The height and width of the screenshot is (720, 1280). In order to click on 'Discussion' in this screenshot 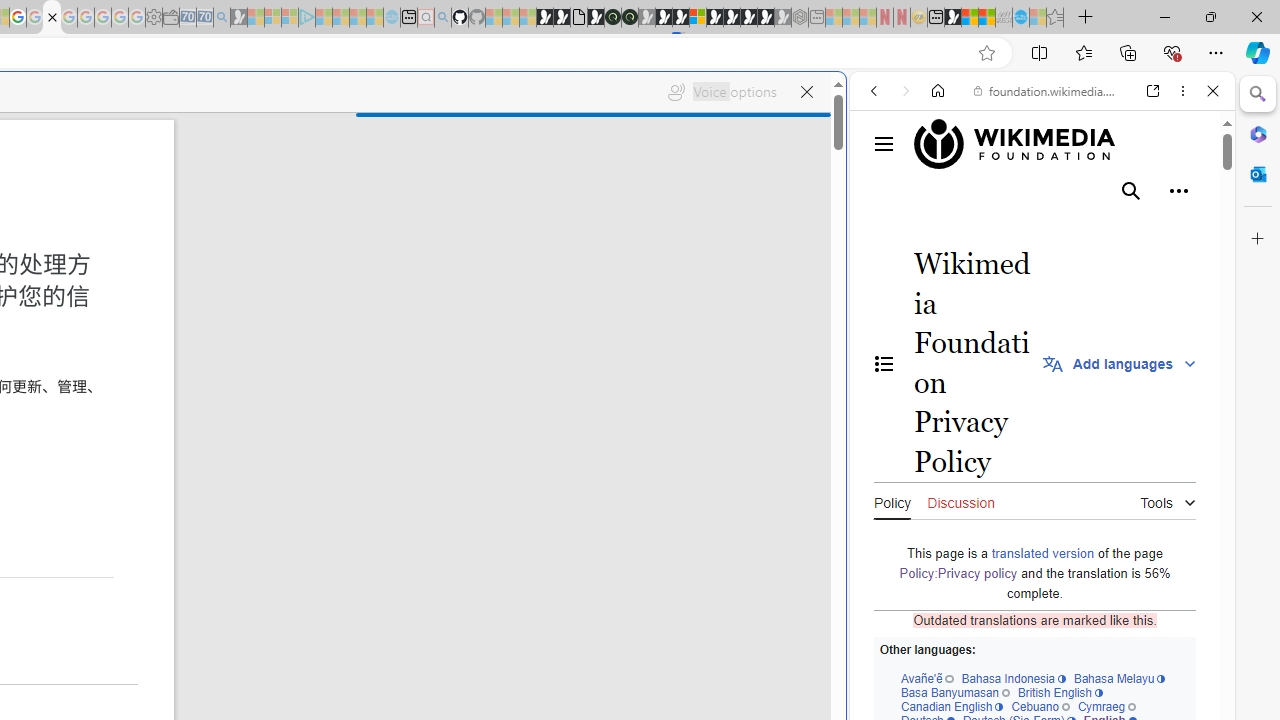, I will do `click(961, 499)`.